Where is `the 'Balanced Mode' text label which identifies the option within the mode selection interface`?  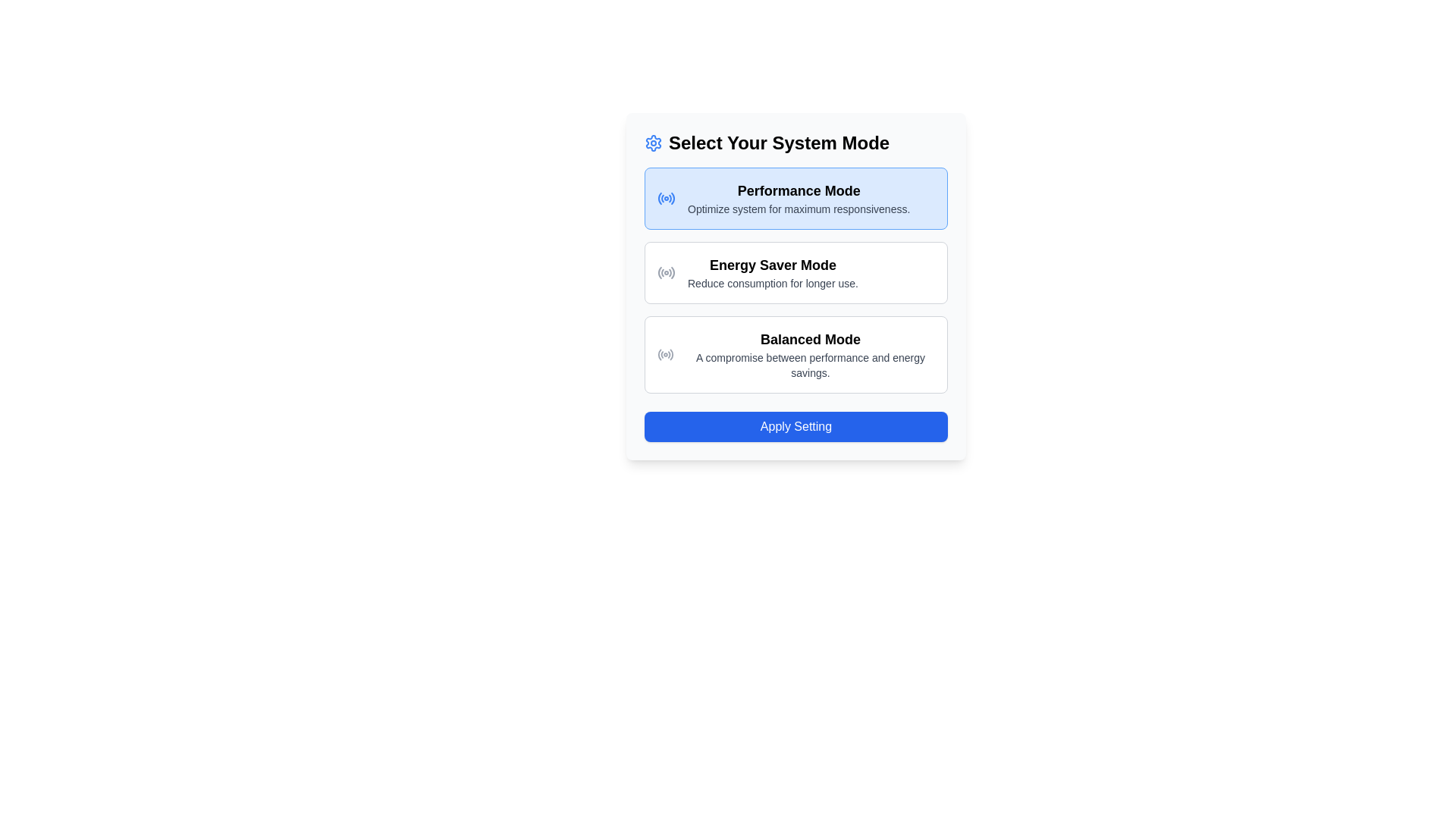
the 'Balanced Mode' text label which identifies the option within the mode selection interface is located at coordinates (810, 338).